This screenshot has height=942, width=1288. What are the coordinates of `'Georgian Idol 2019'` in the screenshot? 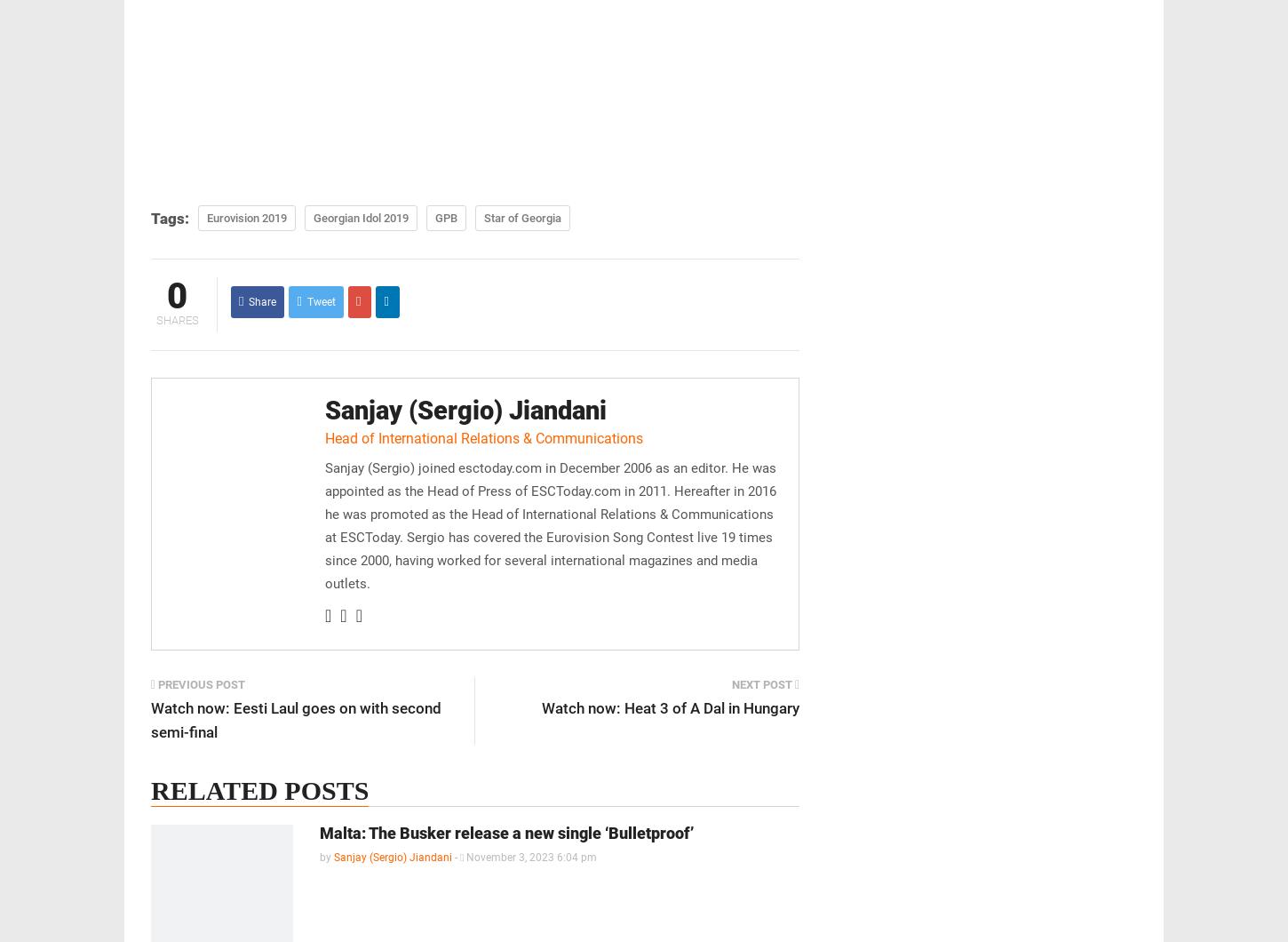 It's located at (360, 217).